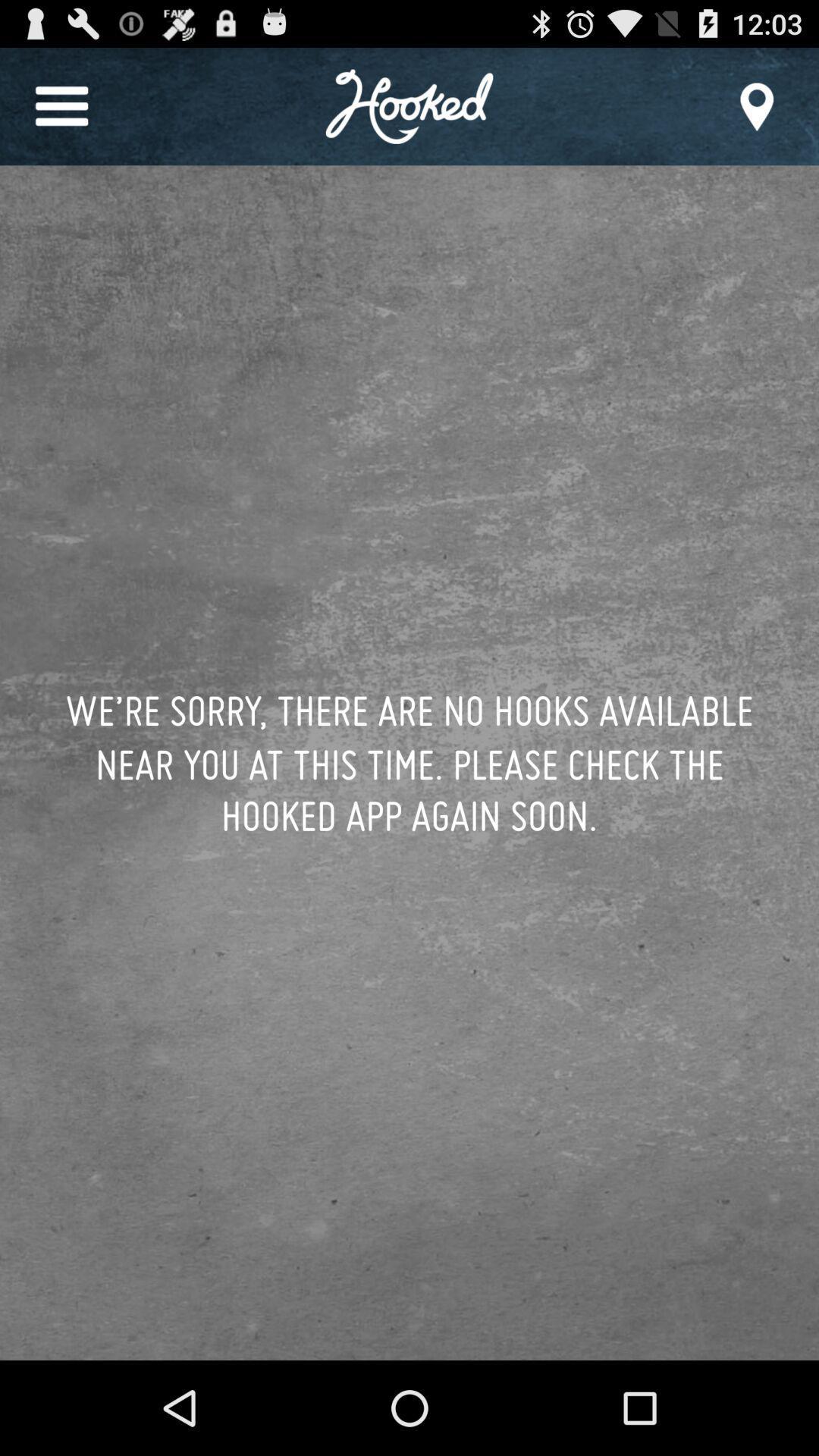  Describe the element at coordinates (757, 105) in the screenshot. I see `the item at the top right corner` at that location.